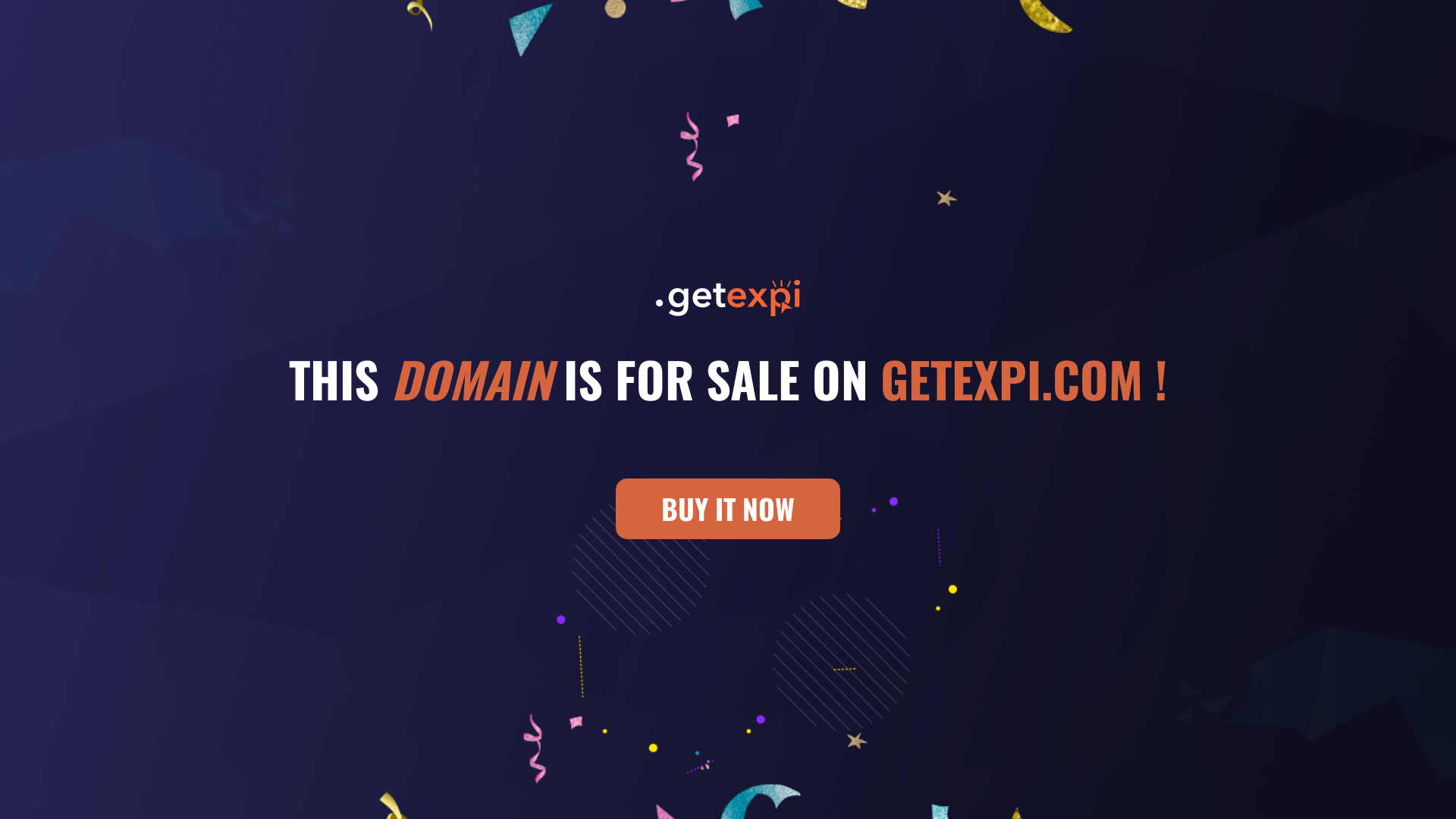  Describe the element at coordinates (728, 509) in the screenshot. I see `'BUY IT NOW'` at that location.